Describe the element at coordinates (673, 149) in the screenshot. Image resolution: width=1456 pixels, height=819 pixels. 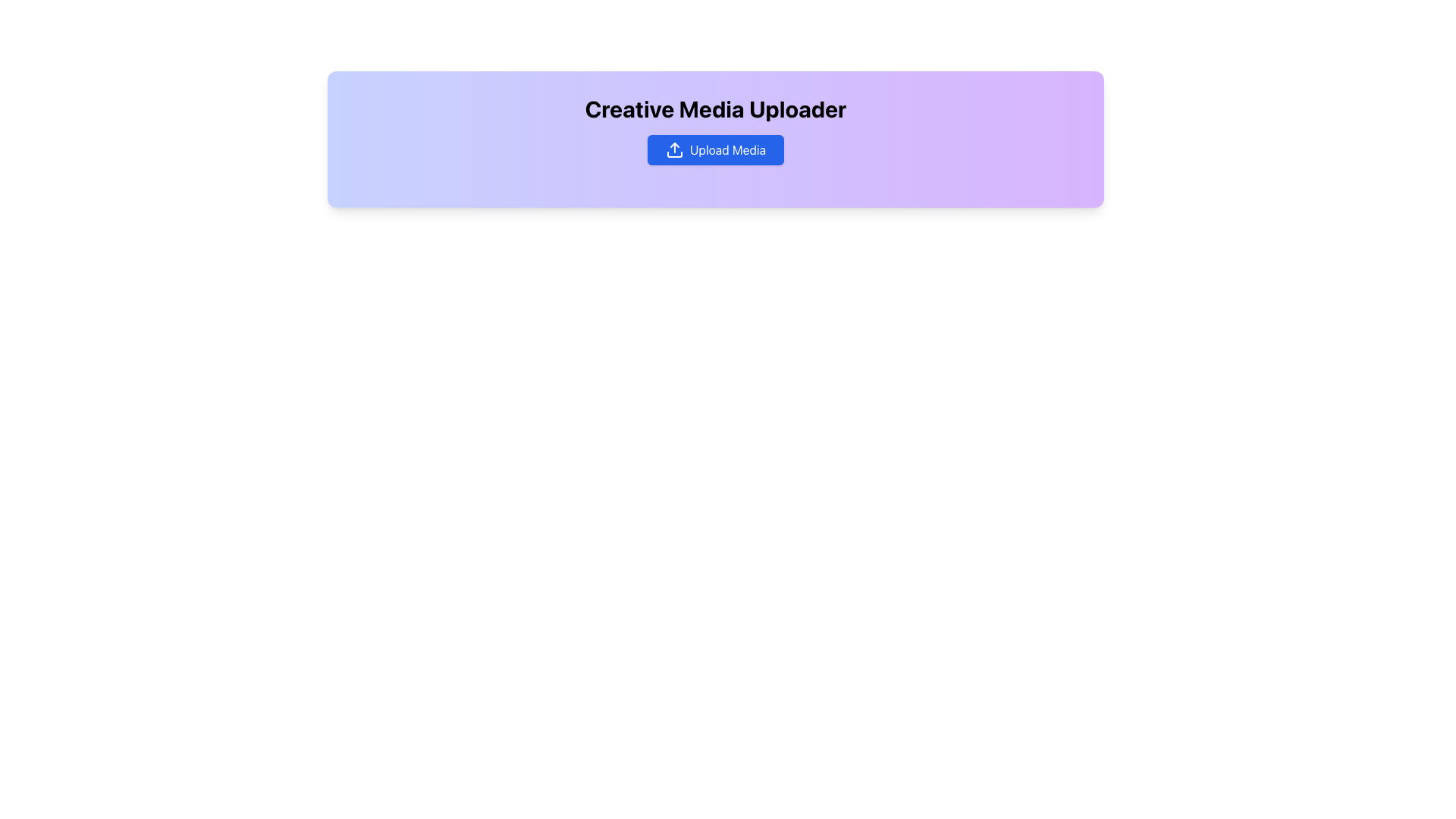
I see `the 'upload' icon located inside the 'Upload Media' button, which is positioned to the left of the button's text` at that location.